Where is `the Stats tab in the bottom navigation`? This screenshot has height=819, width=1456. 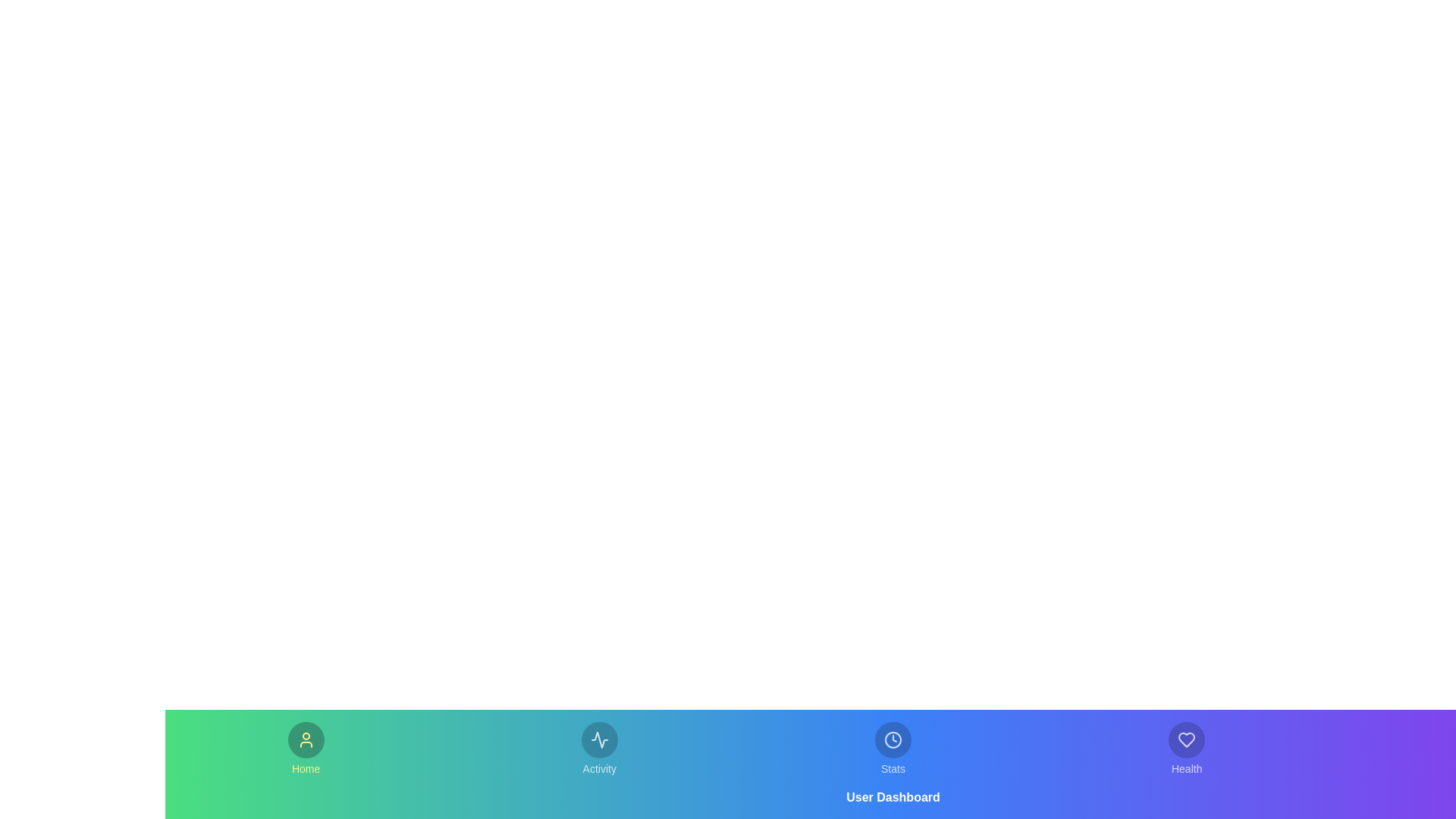
the Stats tab in the bottom navigation is located at coordinates (893, 748).